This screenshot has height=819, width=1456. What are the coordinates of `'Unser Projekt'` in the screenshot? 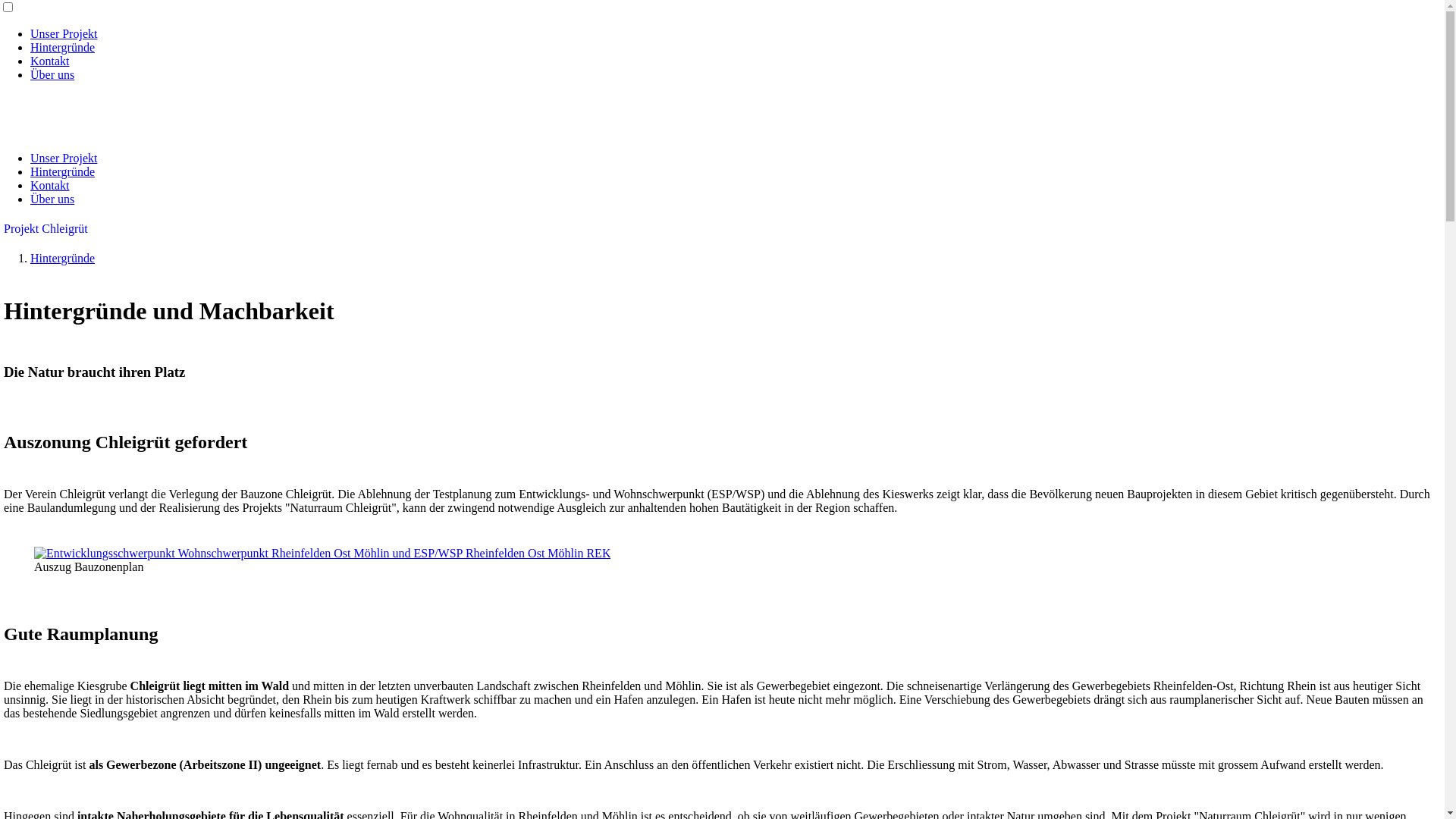 It's located at (62, 158).